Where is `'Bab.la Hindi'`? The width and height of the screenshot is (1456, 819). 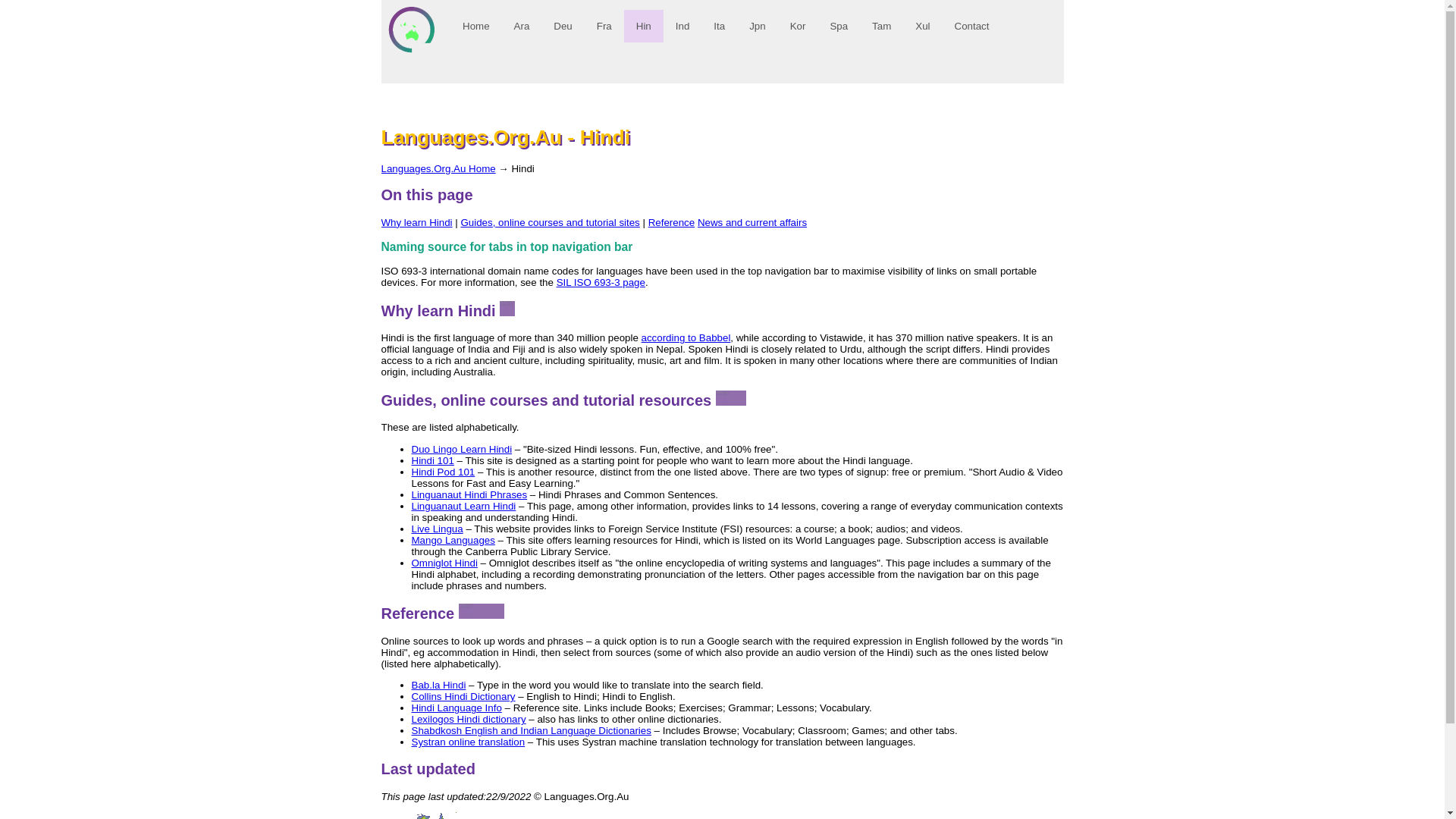 'Bab.la Hindi' is located at coordinates (437, 685).